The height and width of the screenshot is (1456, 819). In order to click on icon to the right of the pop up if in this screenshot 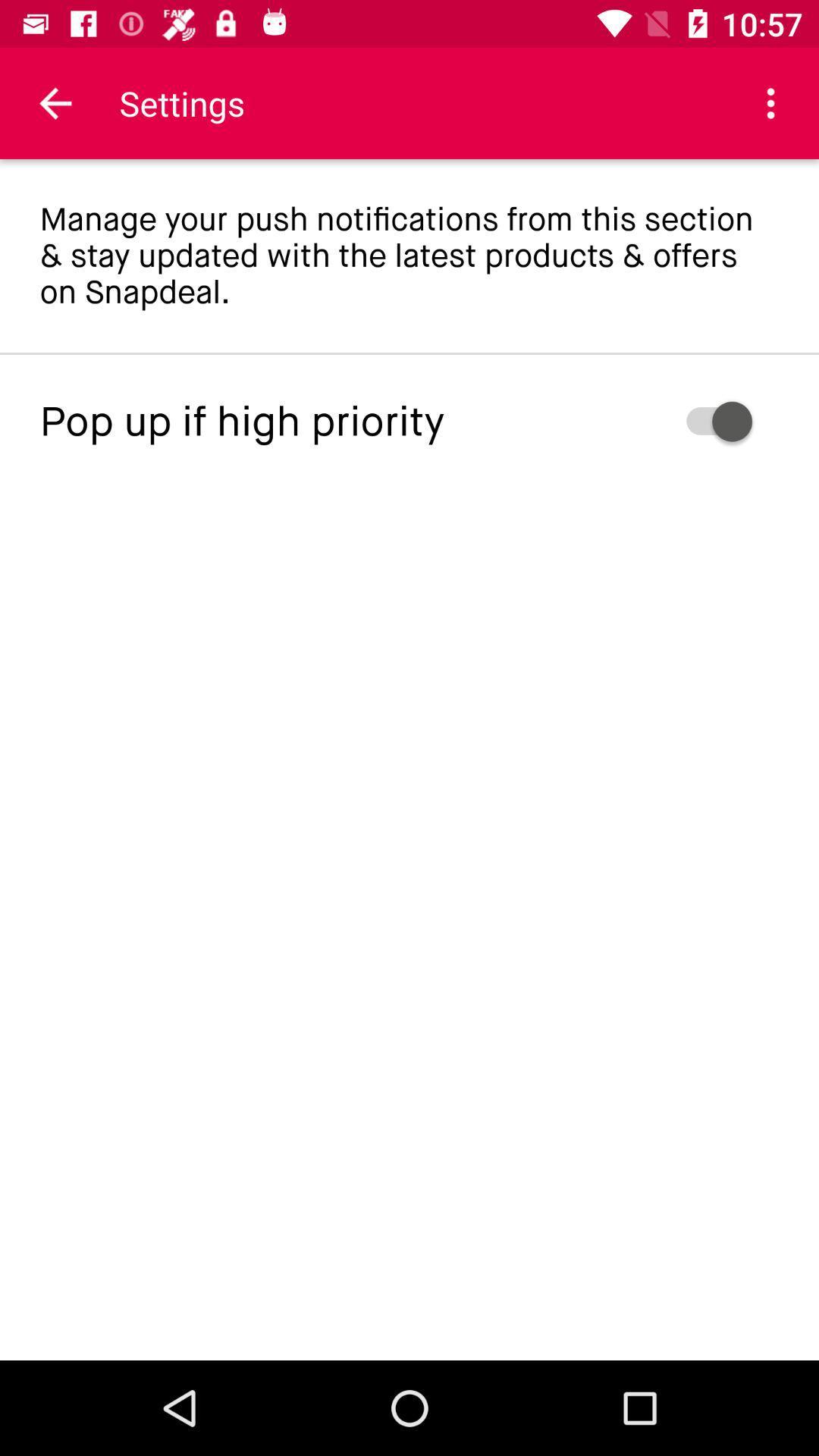, I will do `click(669, 422)`.